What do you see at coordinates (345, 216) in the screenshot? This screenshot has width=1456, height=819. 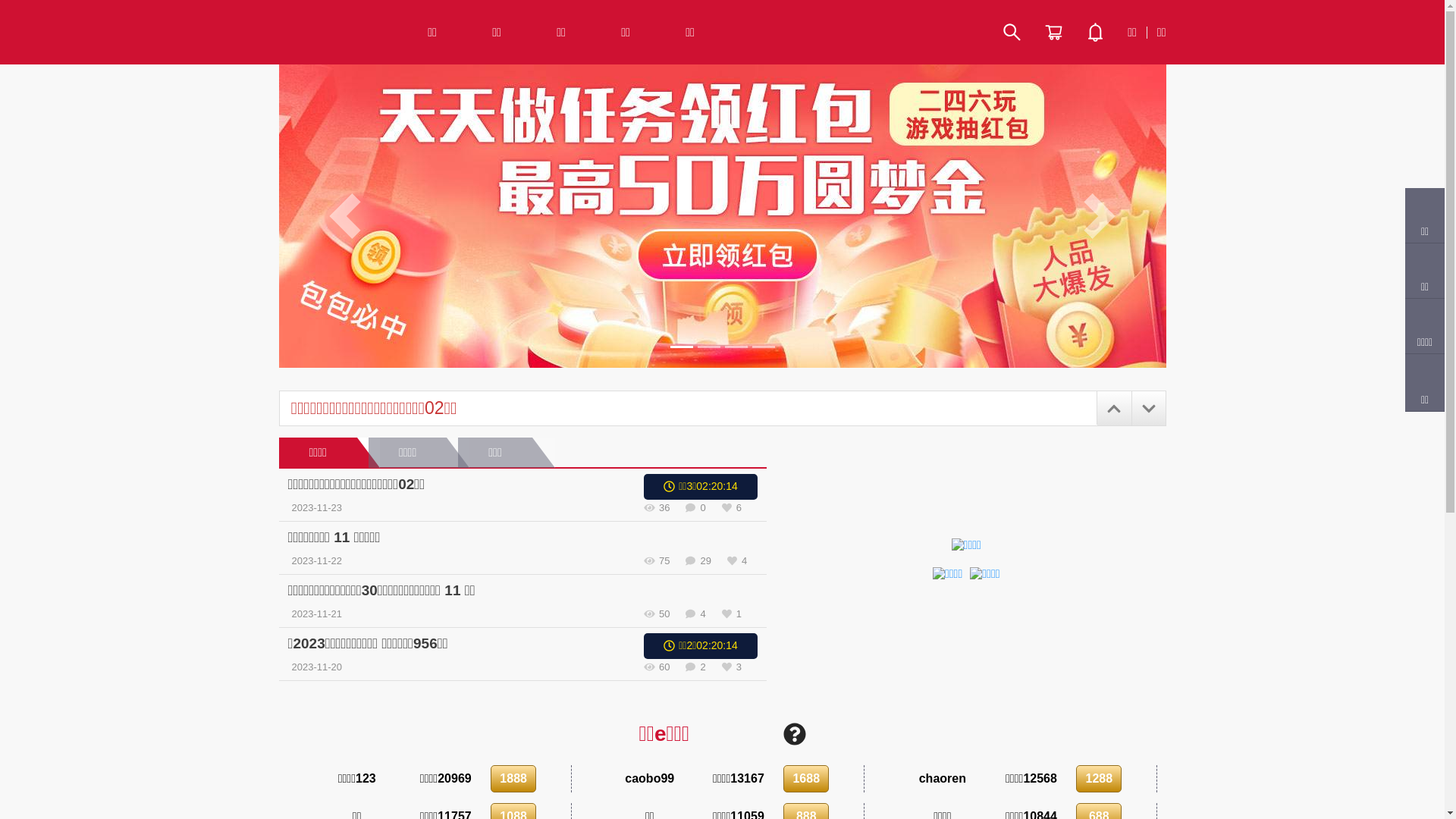 I see `'Previous'` at bounding box center [345, 216].